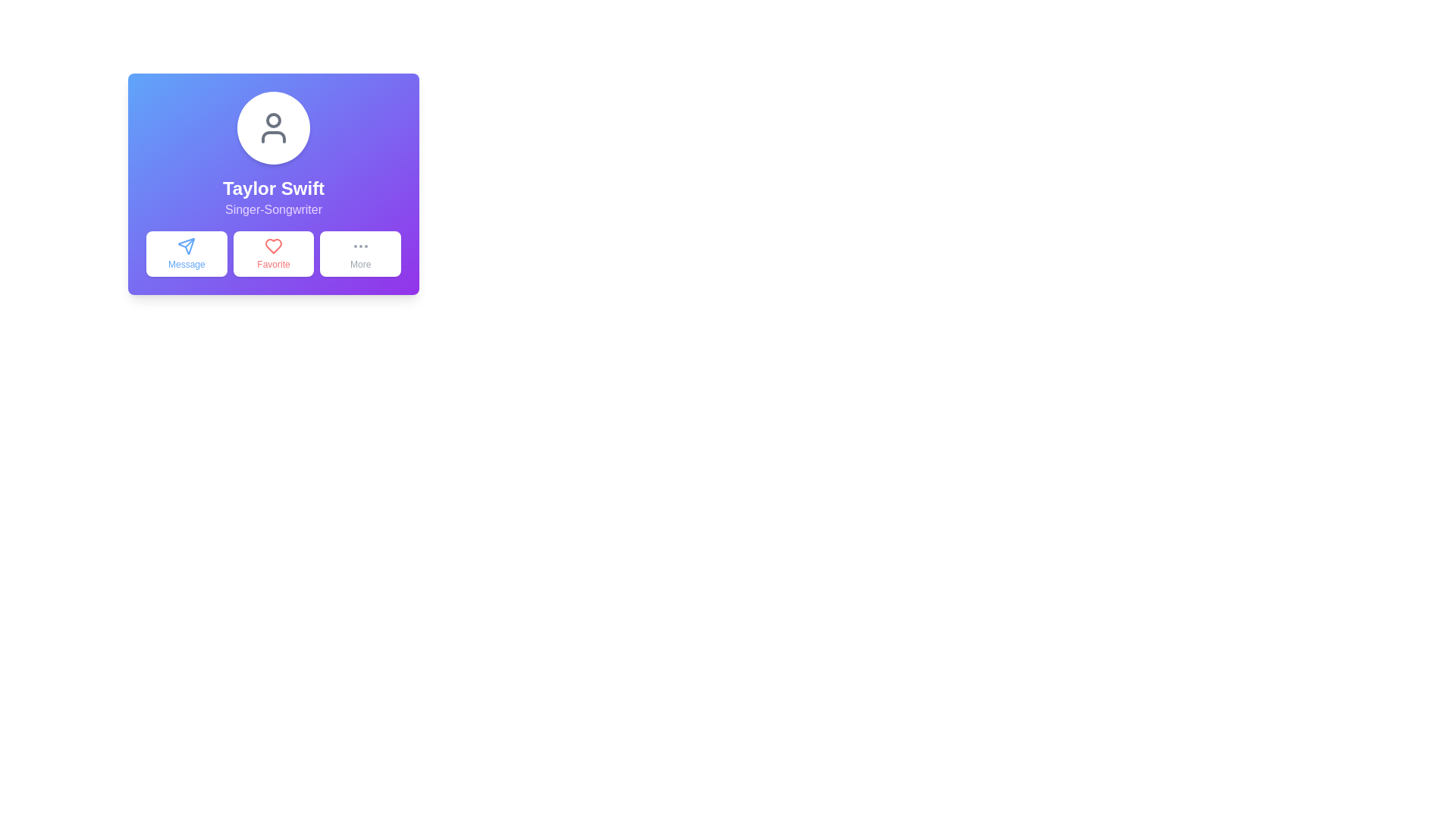  I want to click on the 'Favorite' button, which is the middle button in a set of three buttons with white backgrounds and rounded corners, located at the bottom of a card-like component, so click(273, 253).